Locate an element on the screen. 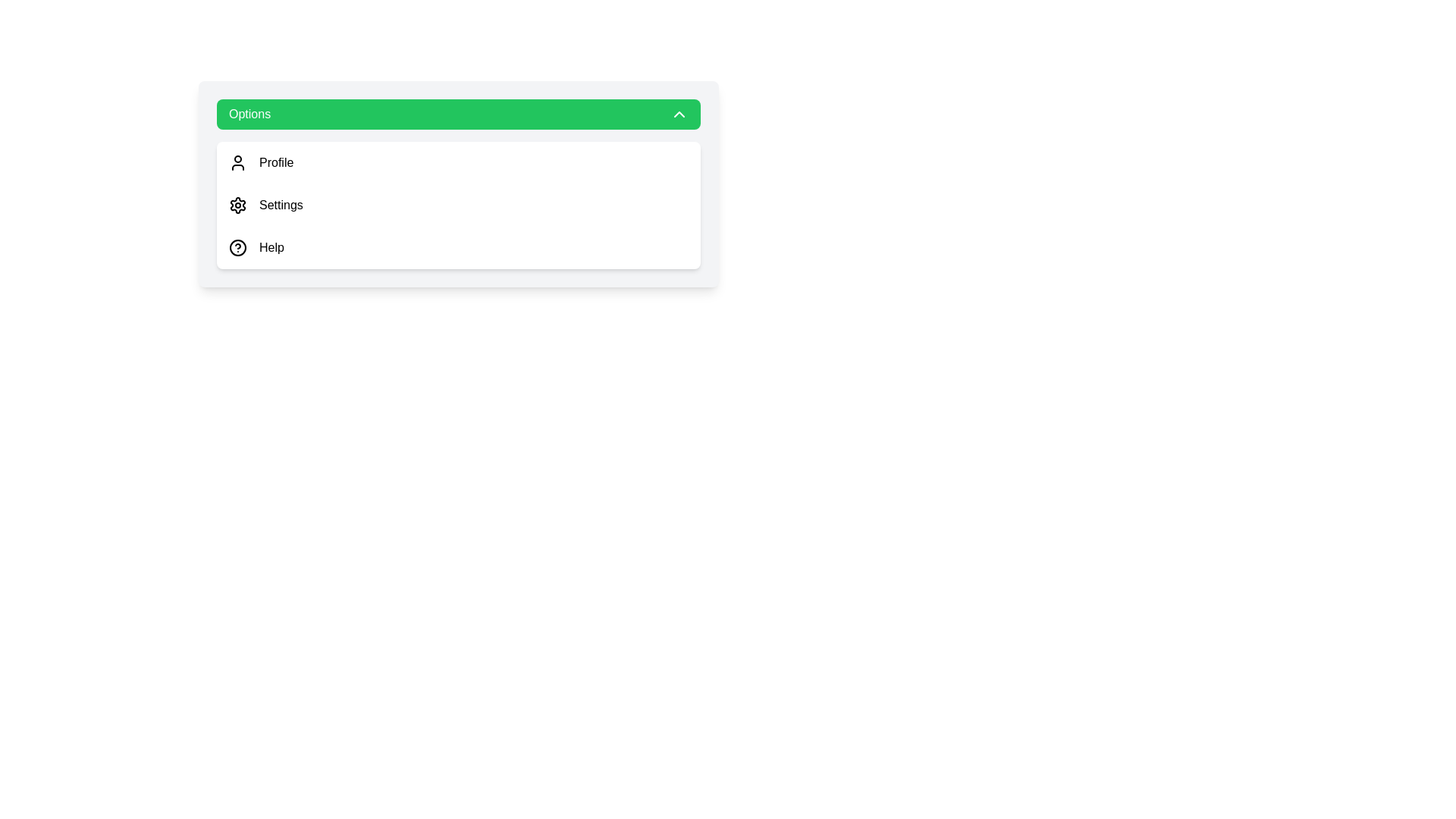 The height and width of the screenshot is (819, 1456). the Text Label indicating the user profile section located in the dropdown menu, positioned to the right of the user icon and above the 'Settings' and 'Help' options is located at coordinates (276, 163).